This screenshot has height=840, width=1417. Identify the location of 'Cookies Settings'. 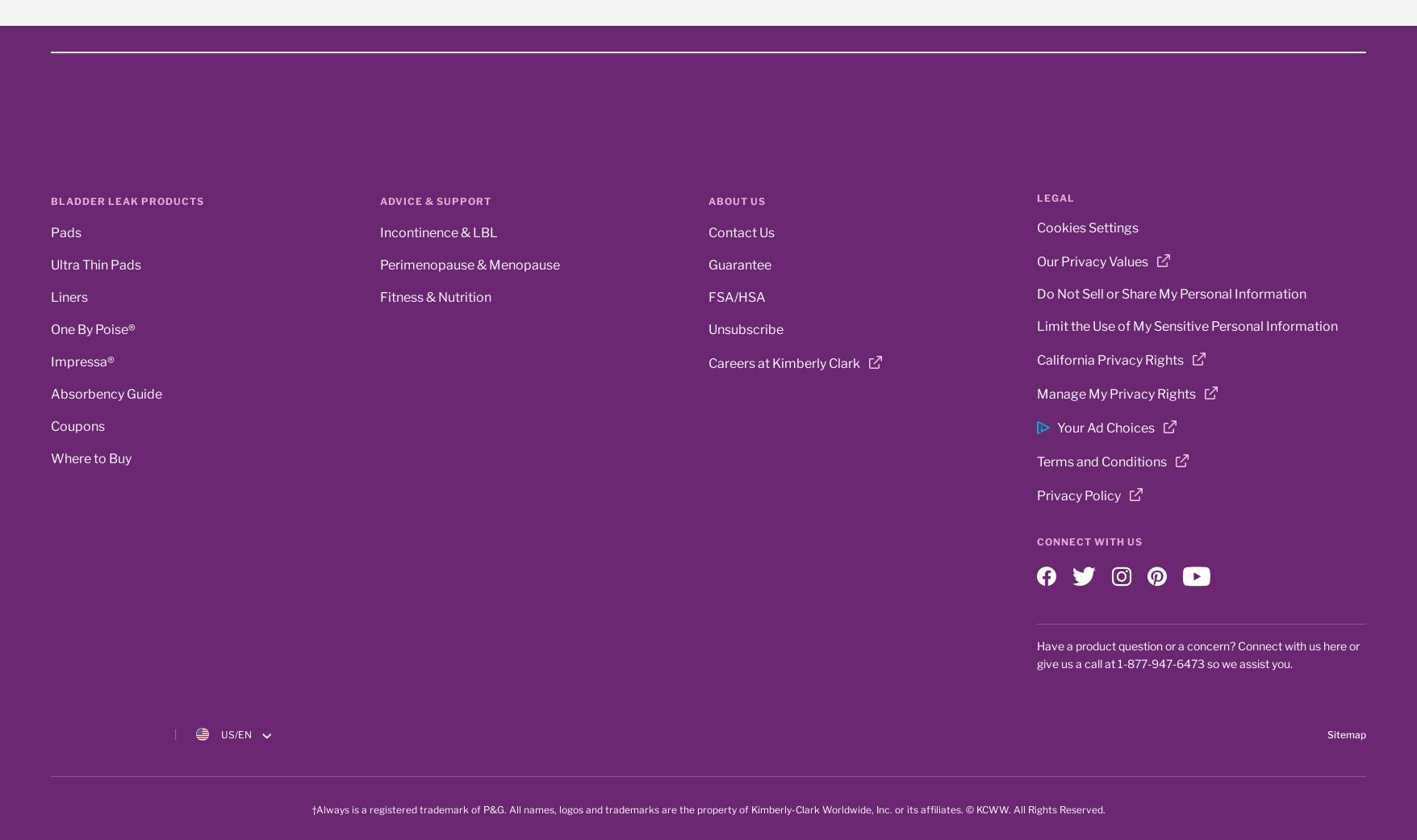
(1088, 227).